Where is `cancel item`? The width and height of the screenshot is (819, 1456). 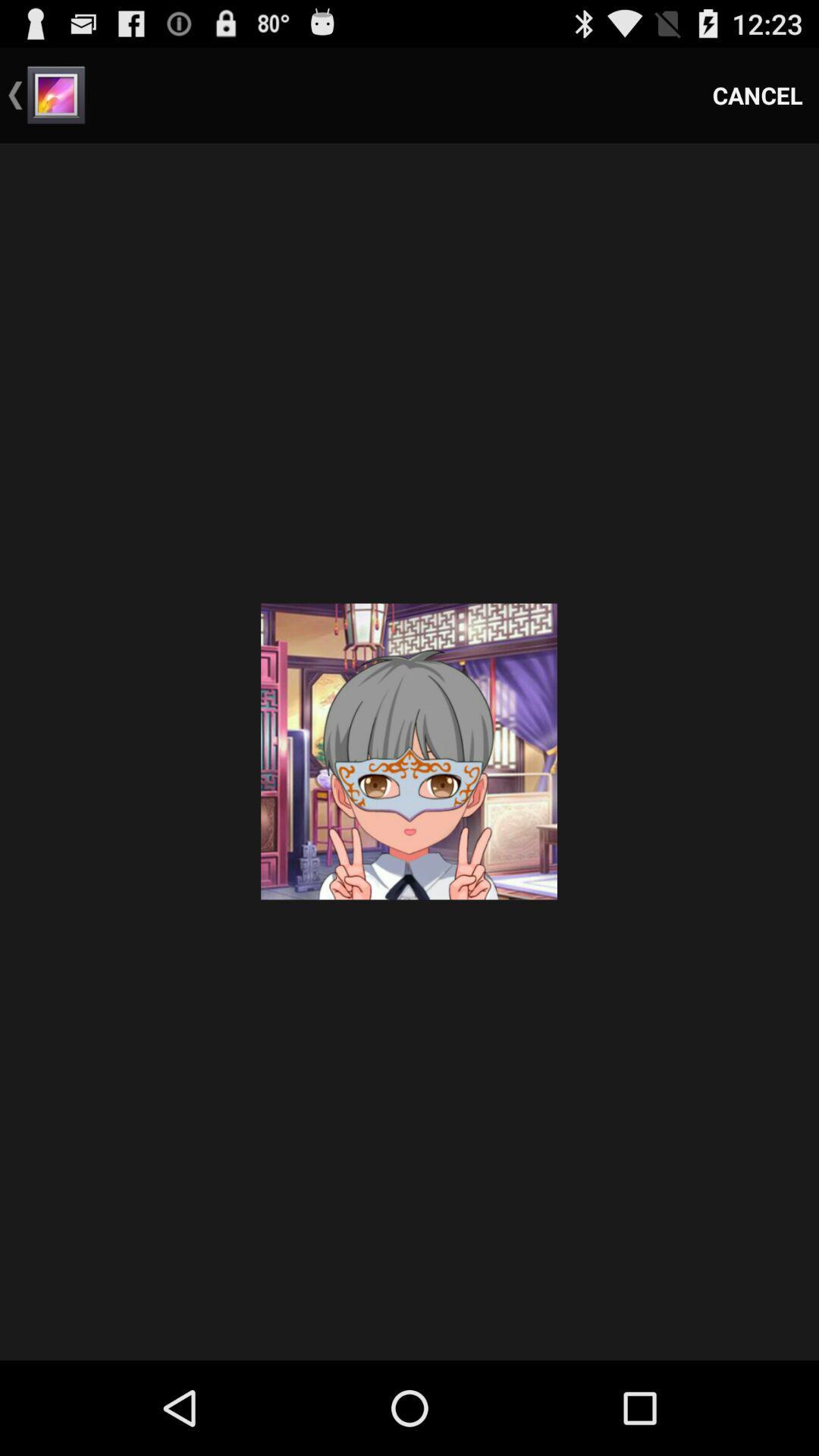
cancel item is located at coordinates (758, 94).